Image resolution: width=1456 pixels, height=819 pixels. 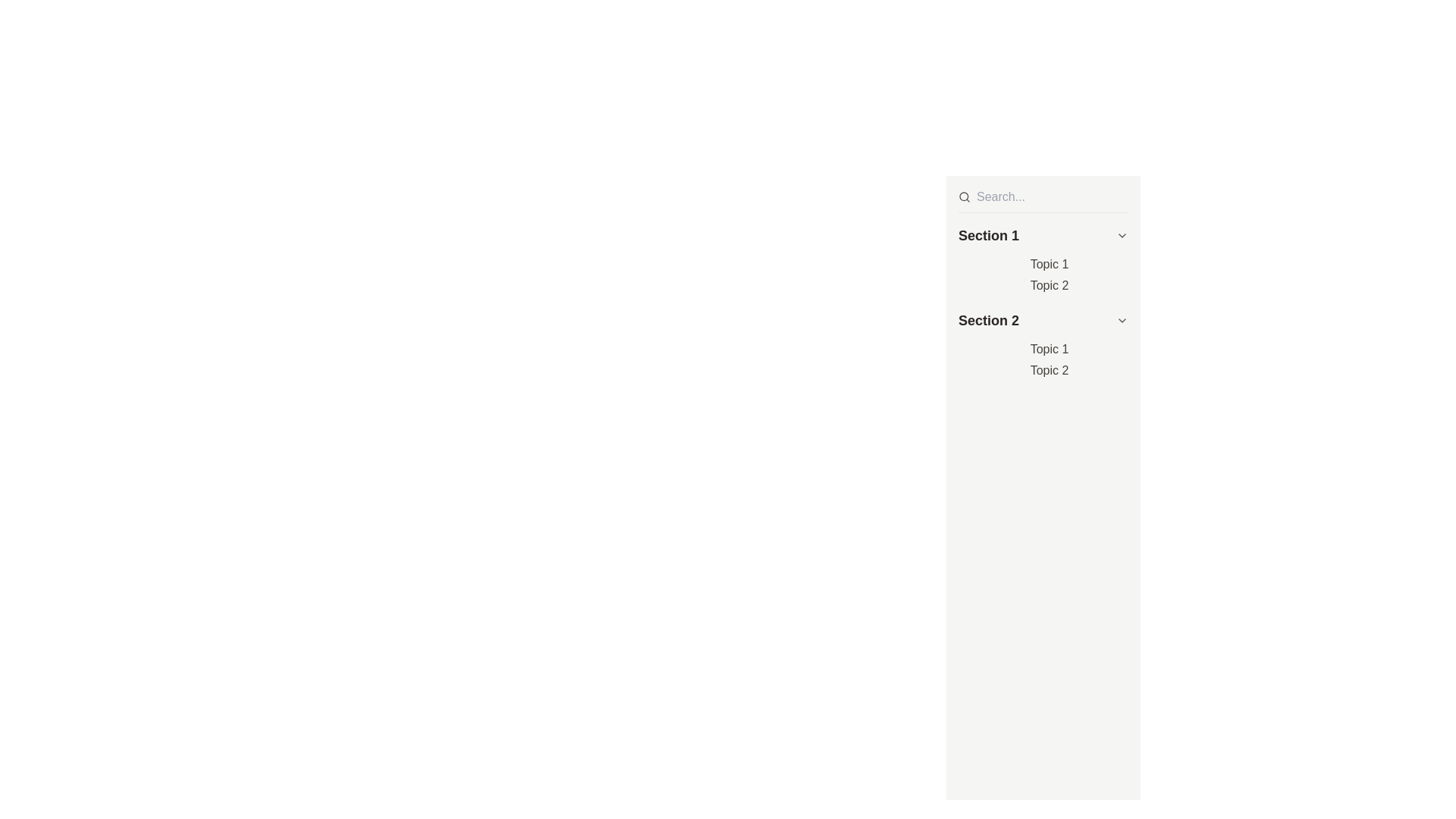 What do you see at coordinates (1048, 286) in the screenshot?
I see `the Text label for 'Topic 2' located directly below 'Topic 1' in 'Section 1'` at bounding box center [1048, 286].